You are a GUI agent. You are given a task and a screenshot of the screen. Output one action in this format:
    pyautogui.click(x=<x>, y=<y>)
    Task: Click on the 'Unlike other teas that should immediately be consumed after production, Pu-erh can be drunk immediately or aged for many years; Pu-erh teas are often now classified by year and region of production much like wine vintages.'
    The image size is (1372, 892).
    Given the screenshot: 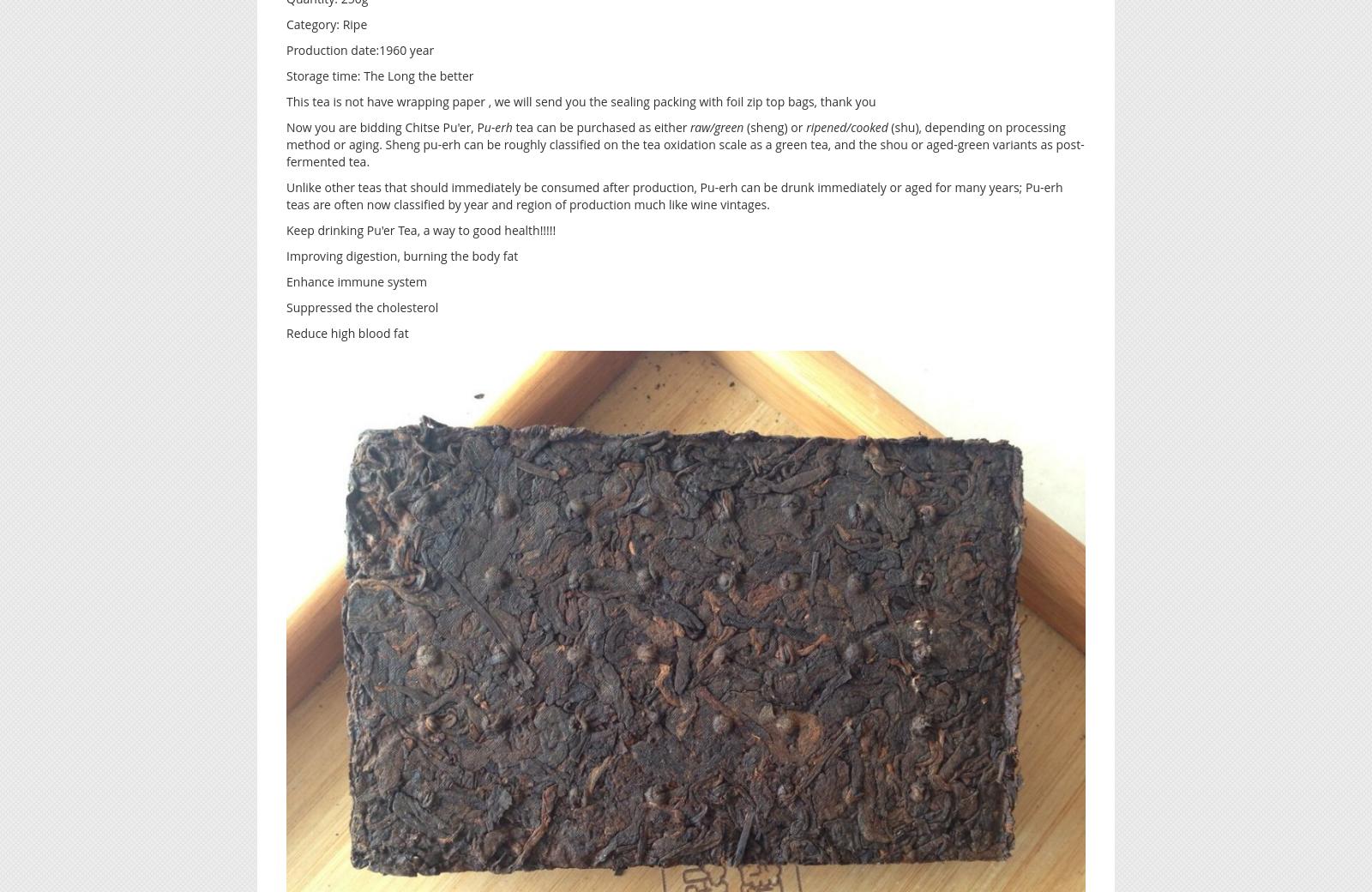 What is the action you would take?
    pyautogui.click(x=674, y=195)
    